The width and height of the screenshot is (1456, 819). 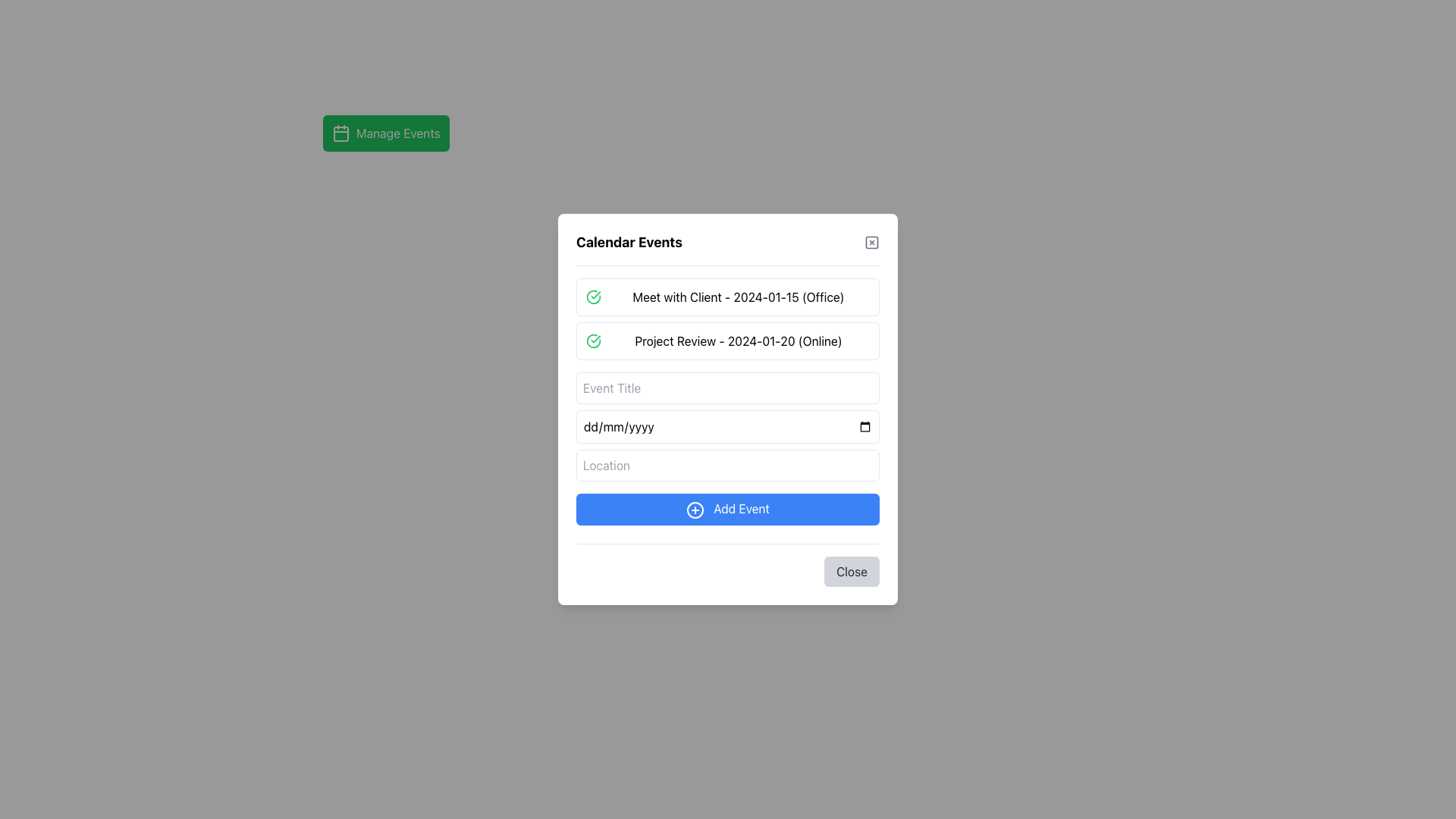 I want to click on the 'Manage Events' button, which has a green background and displays a calendar icon on the left side of the text, so click(x=386, y=133).